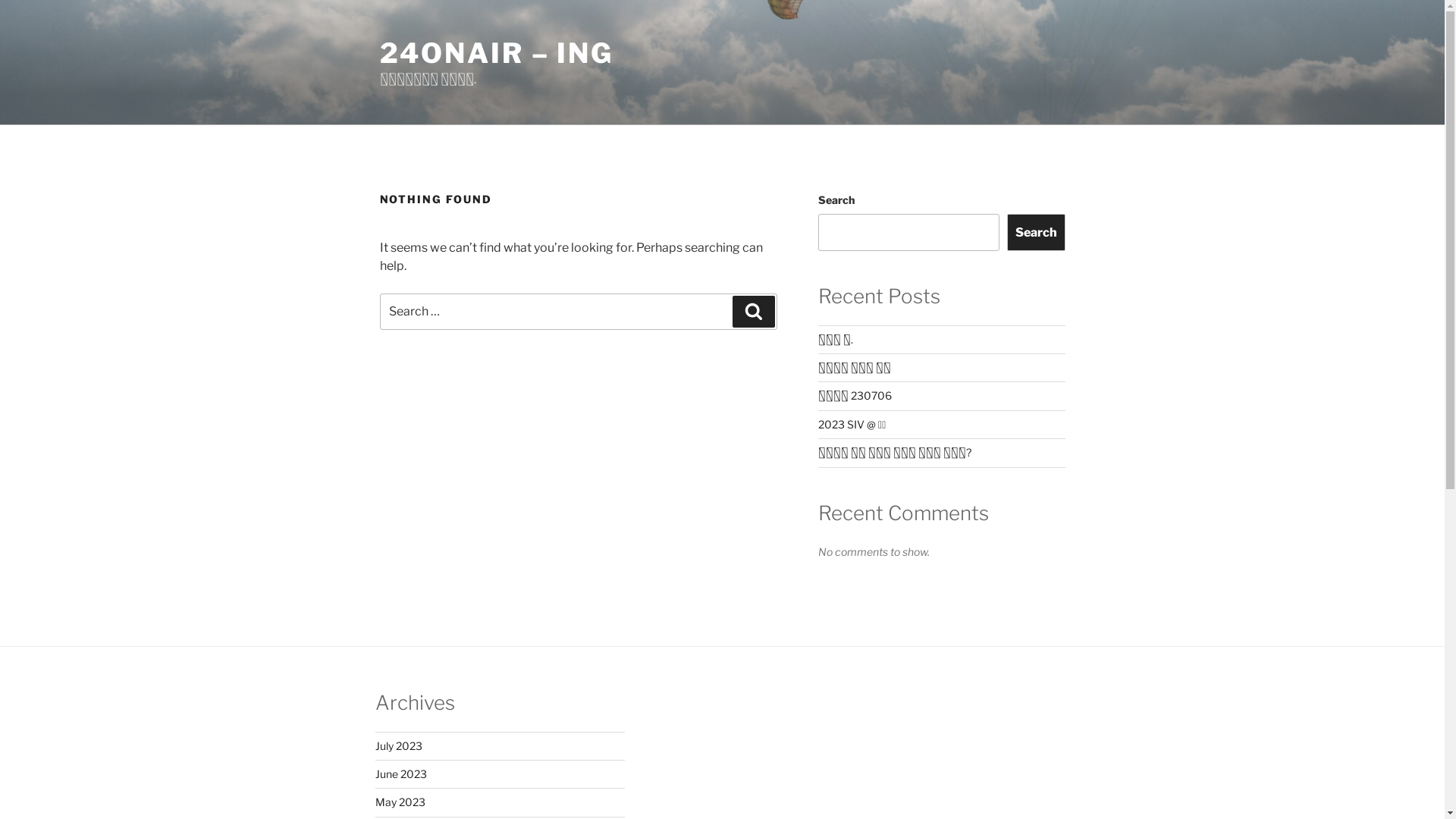 The width and height of the screenshot is (1456, 819). I want to click on 'Search', so click(1007, 231).